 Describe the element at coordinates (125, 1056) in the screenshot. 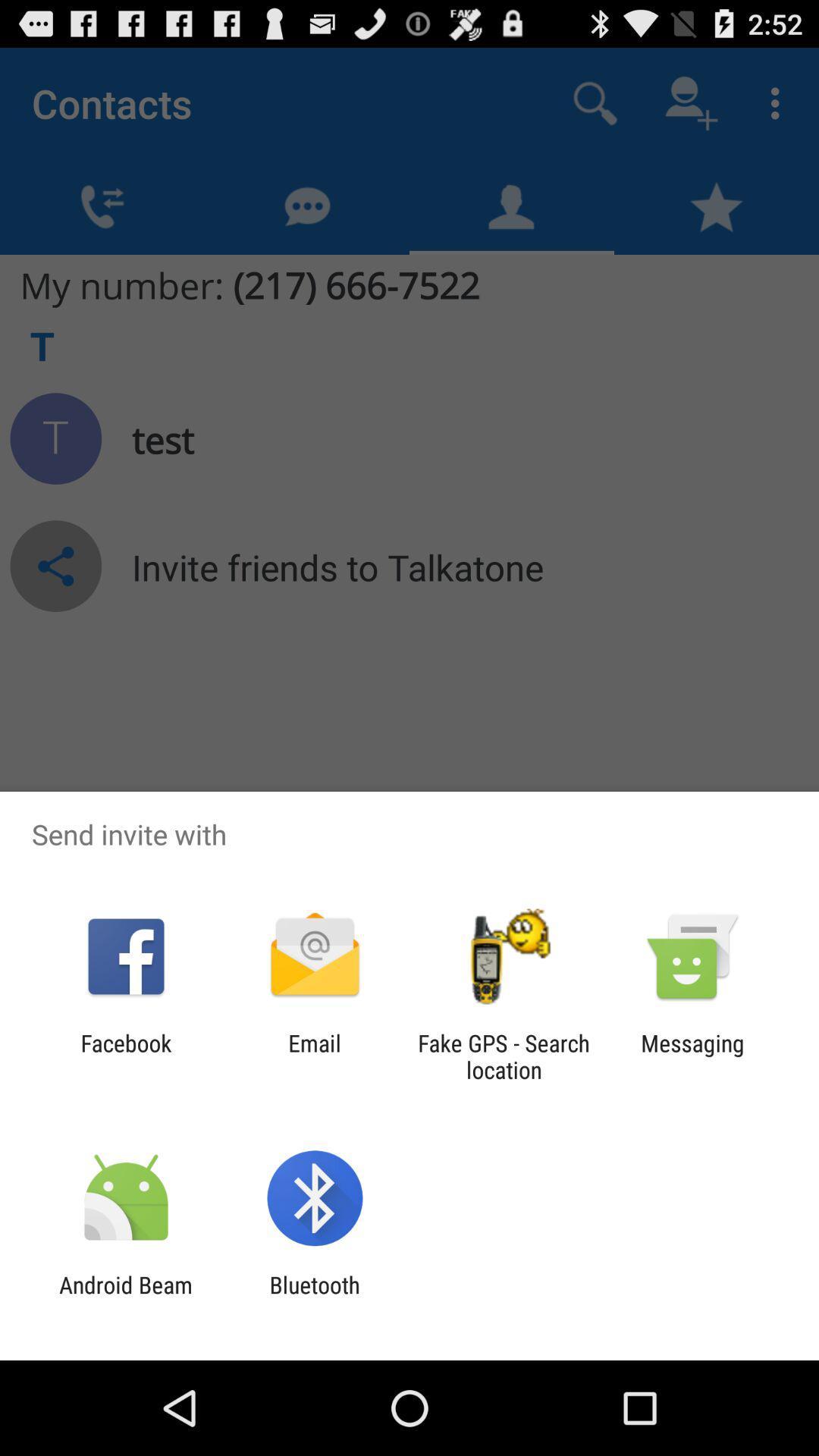

I see `item next to the email app` at that location.